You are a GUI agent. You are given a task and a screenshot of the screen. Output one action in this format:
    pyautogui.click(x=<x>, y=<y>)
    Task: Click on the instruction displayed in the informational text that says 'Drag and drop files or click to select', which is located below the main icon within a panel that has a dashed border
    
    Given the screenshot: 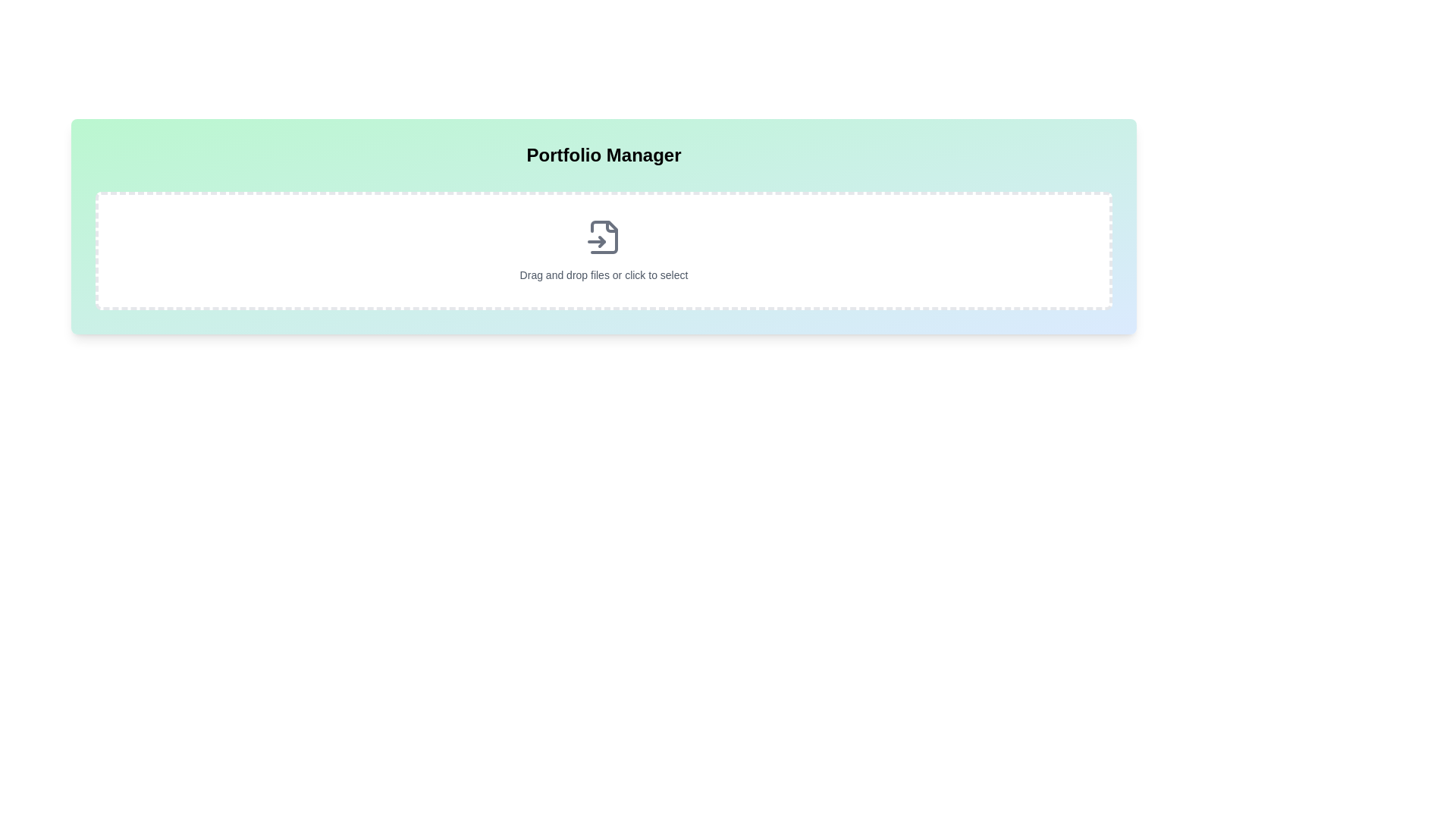 What is the action you would take?
    pyautogui.click(x=603, y=275)
    